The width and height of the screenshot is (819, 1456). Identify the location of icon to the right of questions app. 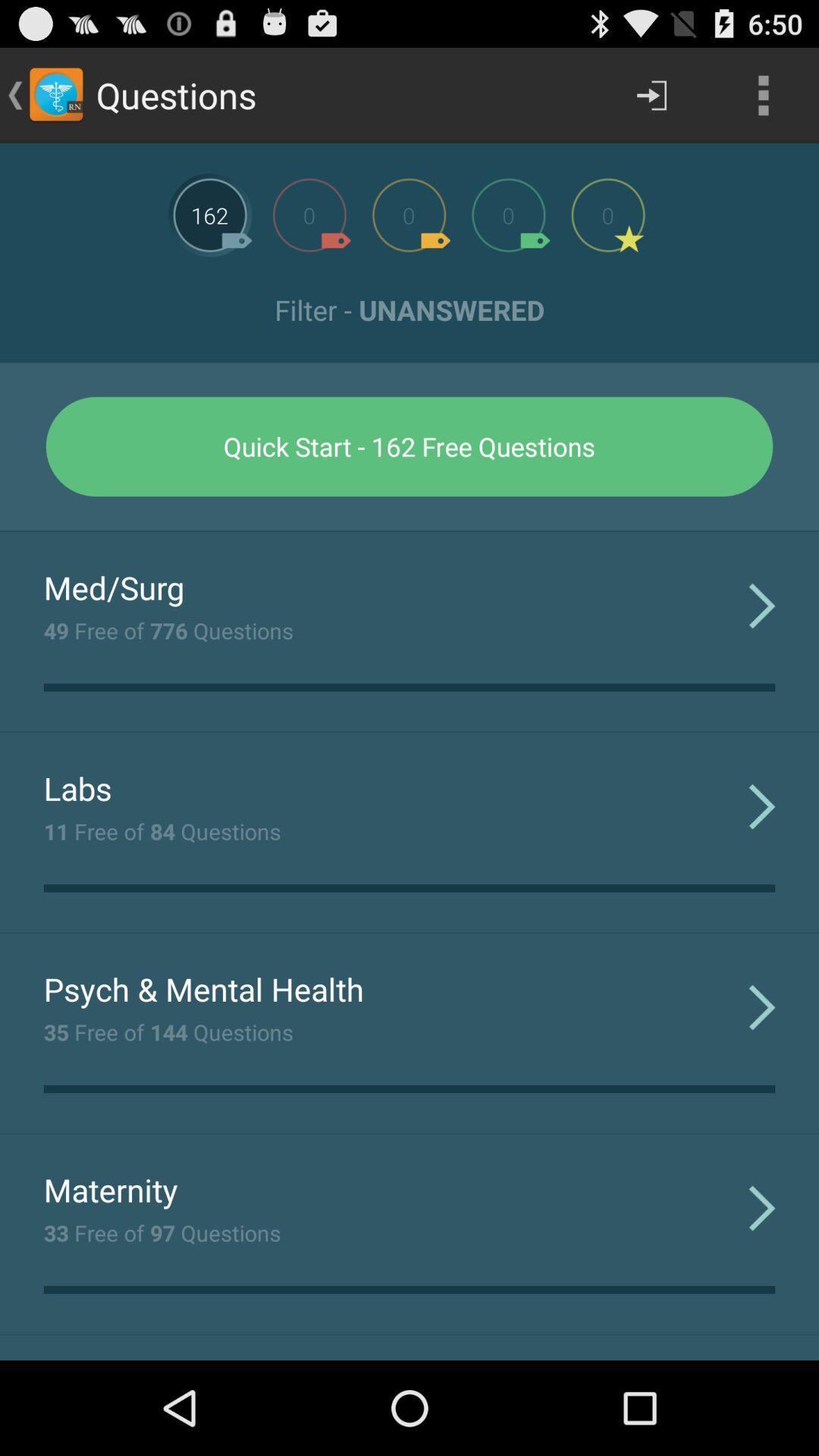
(651, 94).